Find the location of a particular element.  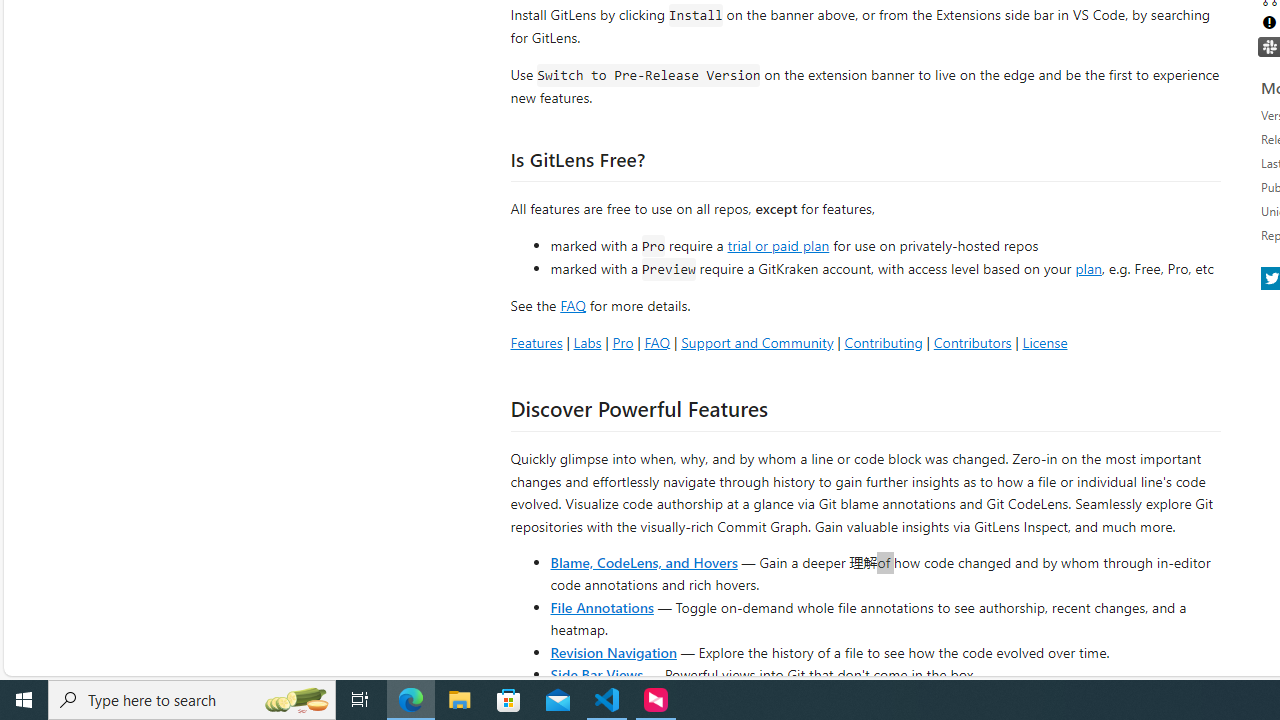

'File Annotations' is located at coordinates (601, 605).